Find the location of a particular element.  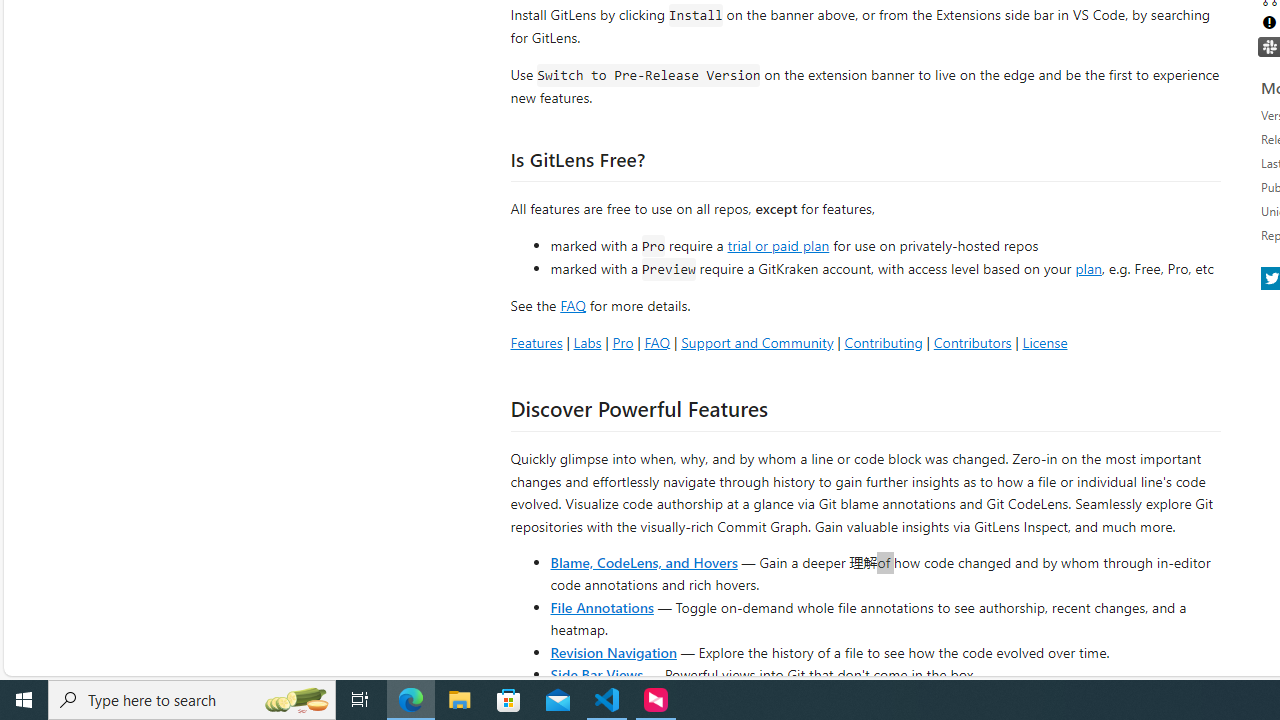

'File Annotations' is located at coordinates (601, 605).